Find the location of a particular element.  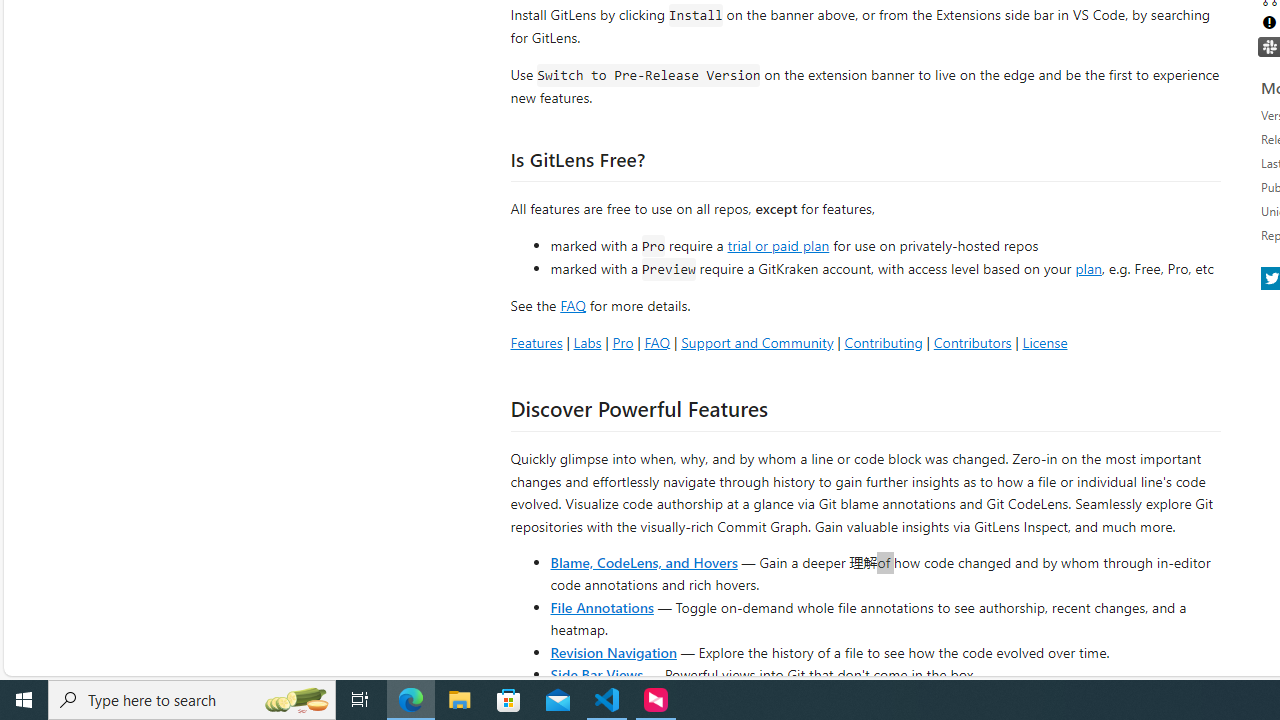

'File Annotations' is located at coordinates (601, 605).